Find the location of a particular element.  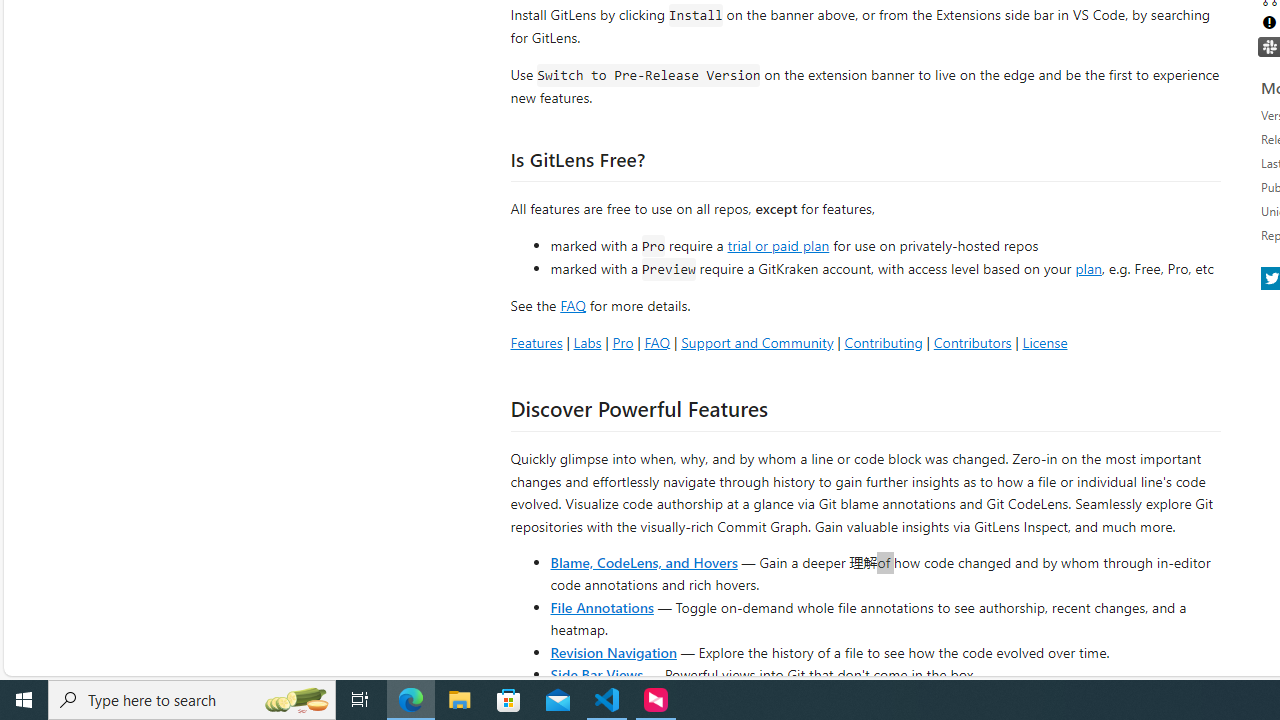

'File Annotations' is located at coordinates (601, 605).